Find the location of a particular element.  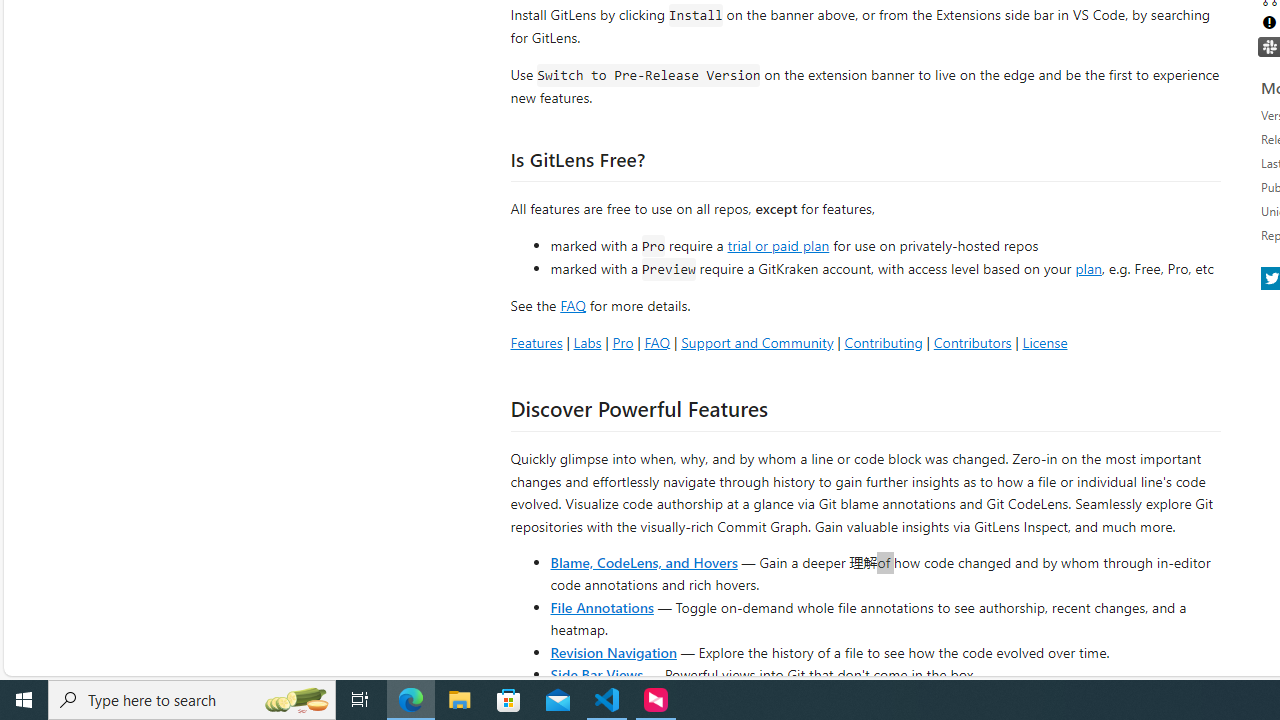

'File Annotations' is located at coordinates (601, 605).